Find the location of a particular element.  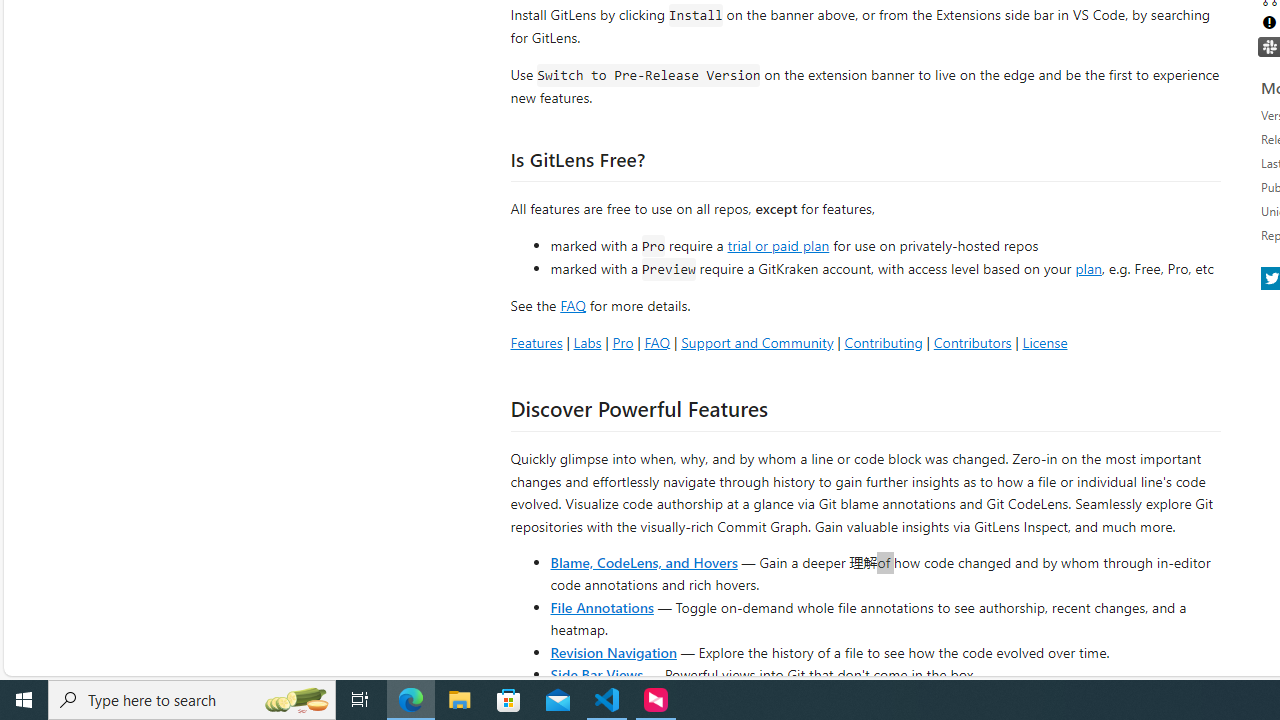

'File Annotations' is located at coordinates (601, 605).